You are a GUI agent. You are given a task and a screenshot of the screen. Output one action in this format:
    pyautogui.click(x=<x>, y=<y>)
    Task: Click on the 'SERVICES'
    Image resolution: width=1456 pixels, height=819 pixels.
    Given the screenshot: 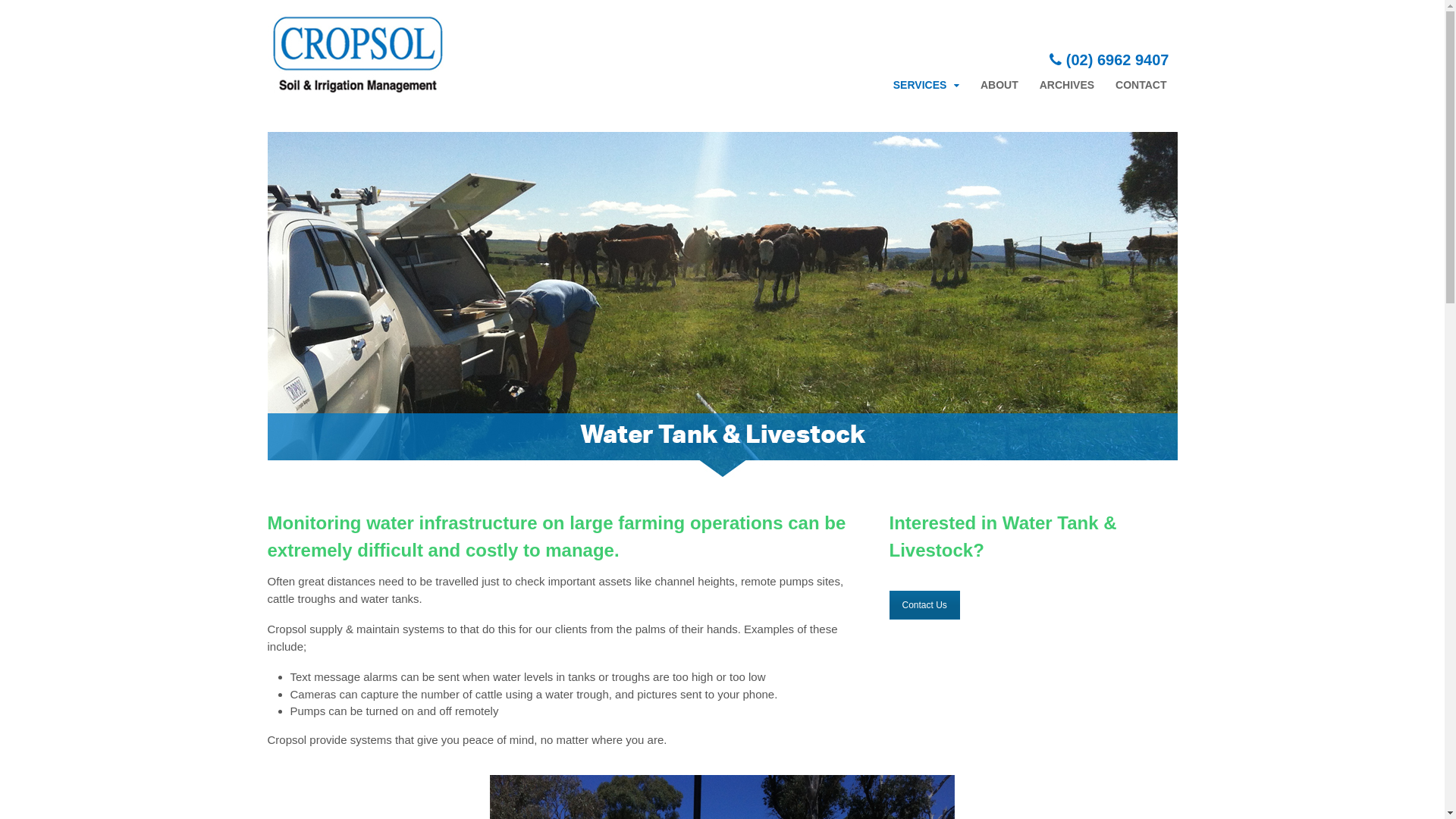 What is the action you would take?
    pyautogui.click(x=882, y=85)
    